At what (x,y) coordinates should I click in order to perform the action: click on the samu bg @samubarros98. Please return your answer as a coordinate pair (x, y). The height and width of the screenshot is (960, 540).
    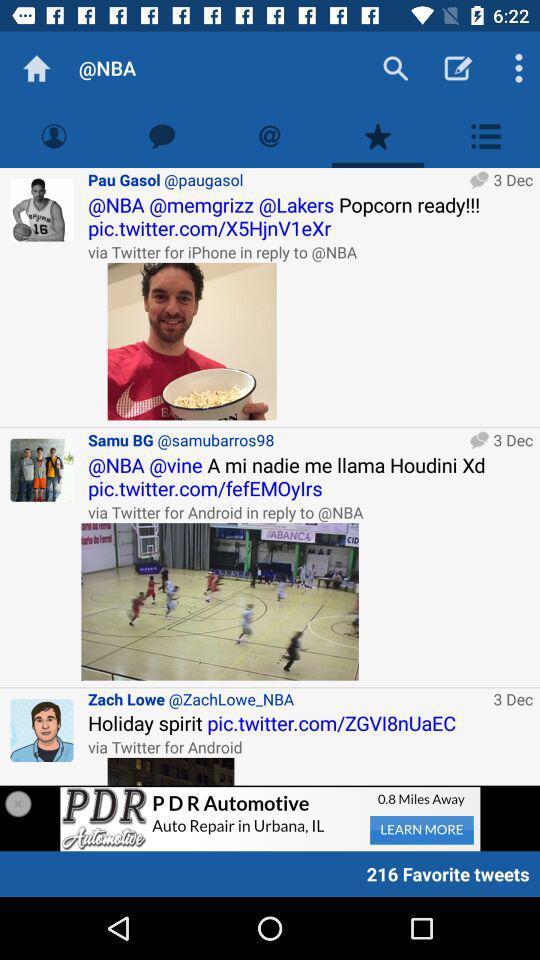
    Looking at the image, I should click on (274, 440).